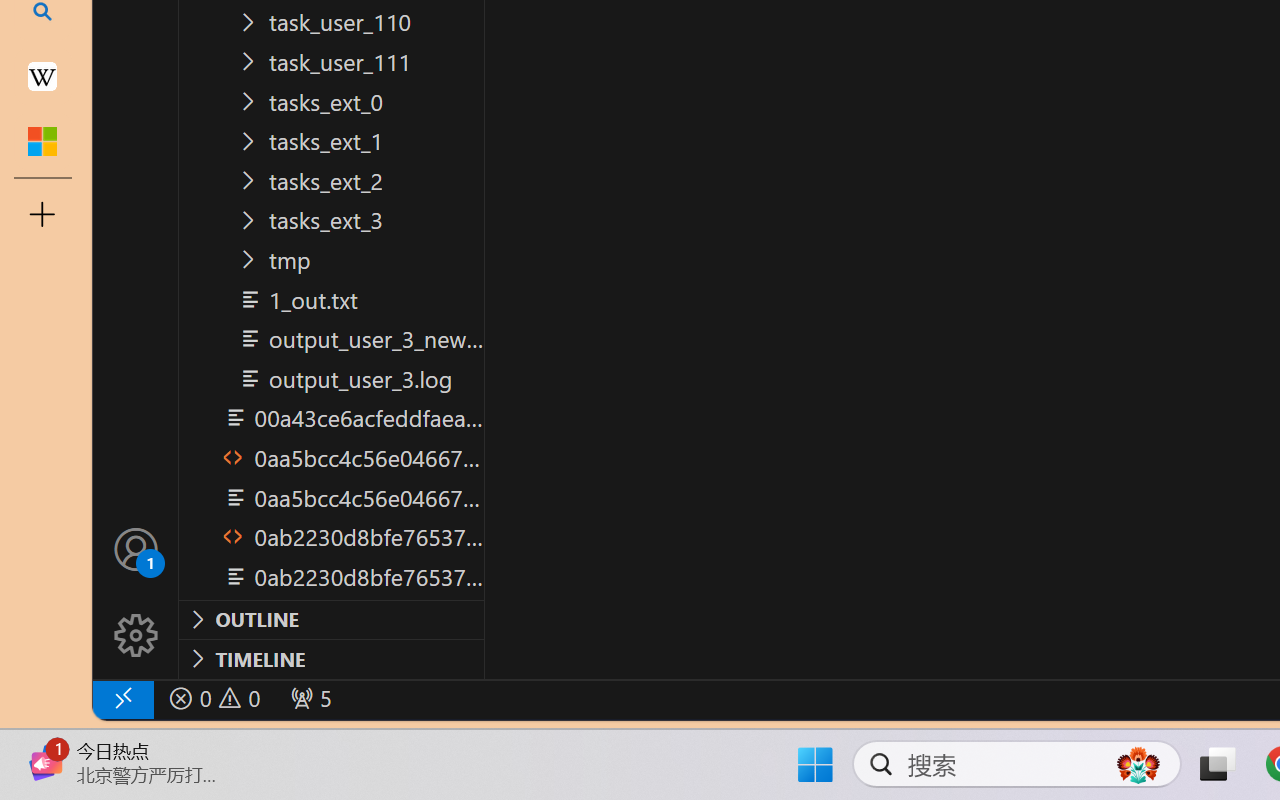 The width and height of the screenshot is (1280, 800). Describe the element at coordinates (42, 76) in the screenshot. I see `'Earth - Wikipedia'` at that location.